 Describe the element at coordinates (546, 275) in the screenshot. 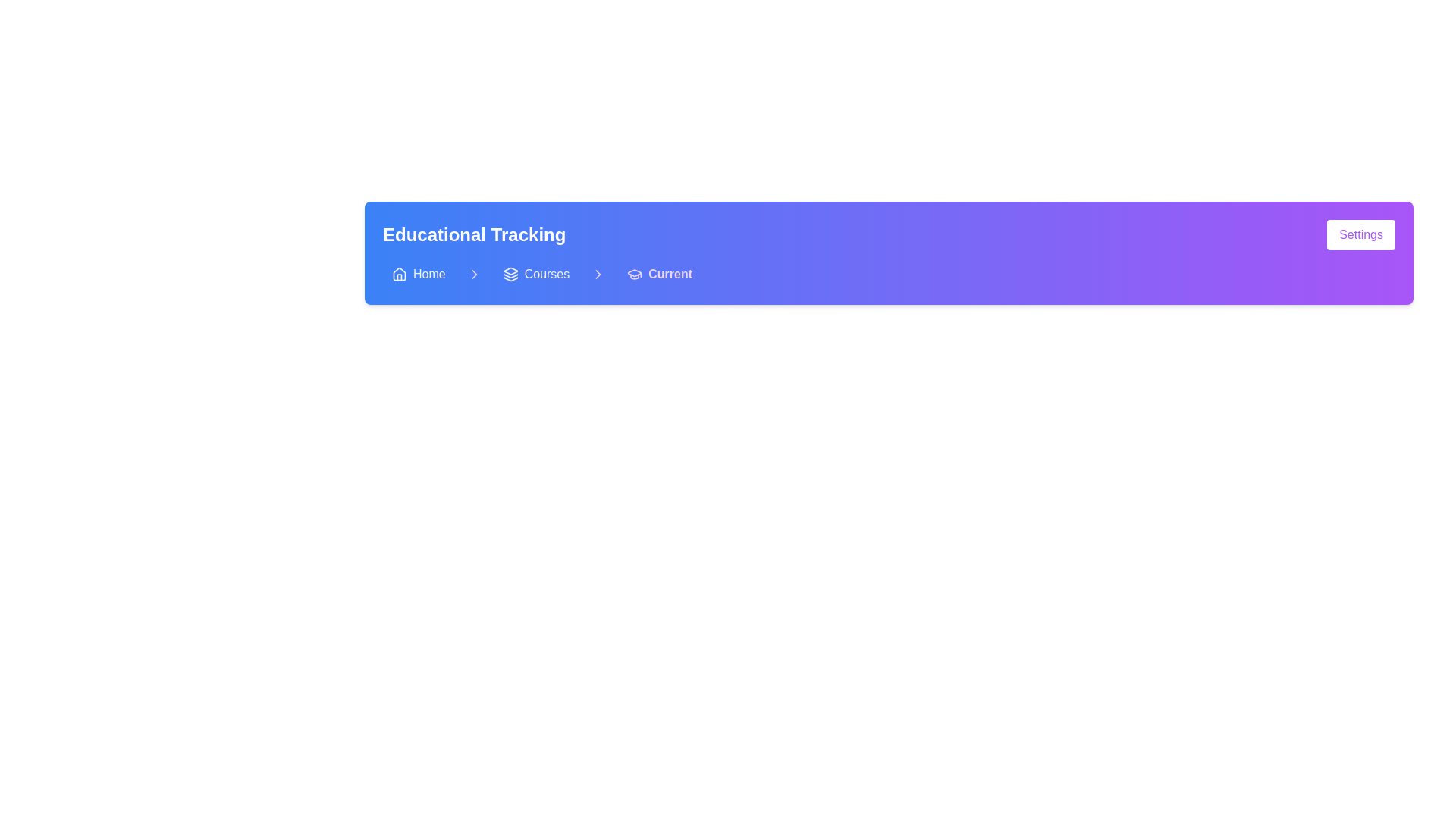

I see `the 'Courses' text label in the breadcrumb navigation` at that location.